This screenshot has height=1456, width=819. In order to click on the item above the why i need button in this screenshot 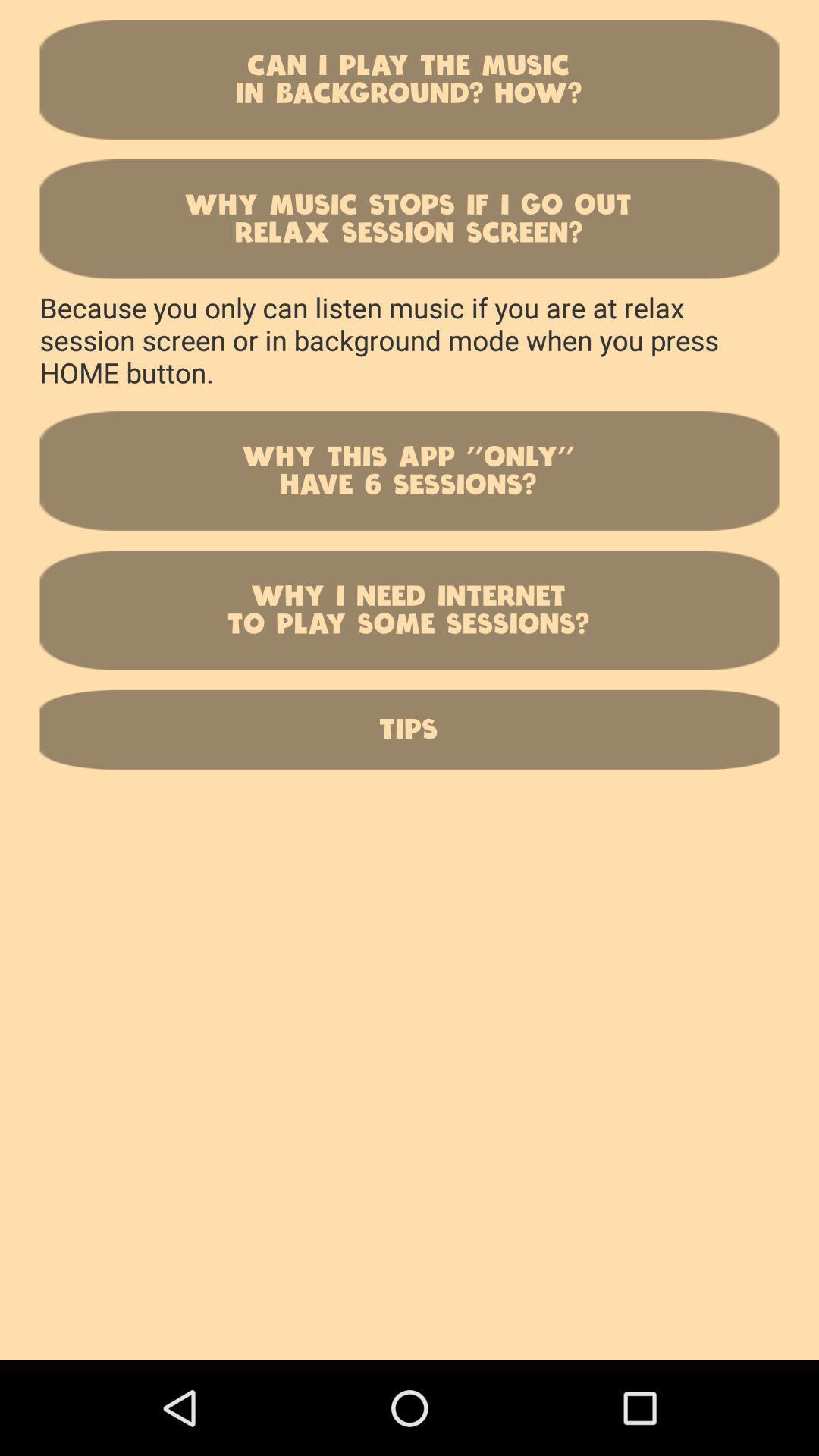, I will do `click(409, 469)`.